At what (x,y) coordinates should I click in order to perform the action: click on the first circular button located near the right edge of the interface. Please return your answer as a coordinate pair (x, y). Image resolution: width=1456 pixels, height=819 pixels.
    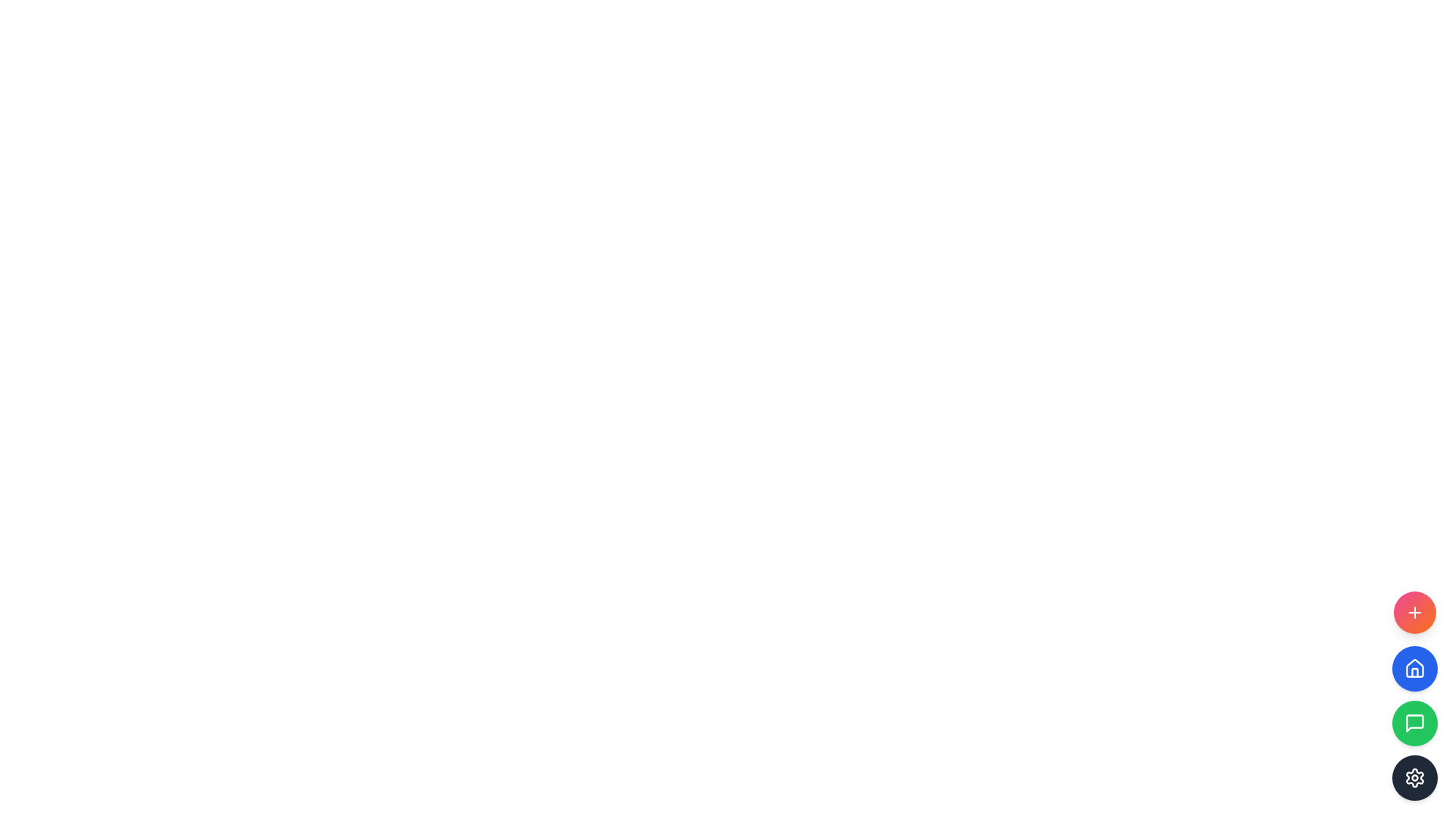
    Looking at the image, I should click on (1414, 611).